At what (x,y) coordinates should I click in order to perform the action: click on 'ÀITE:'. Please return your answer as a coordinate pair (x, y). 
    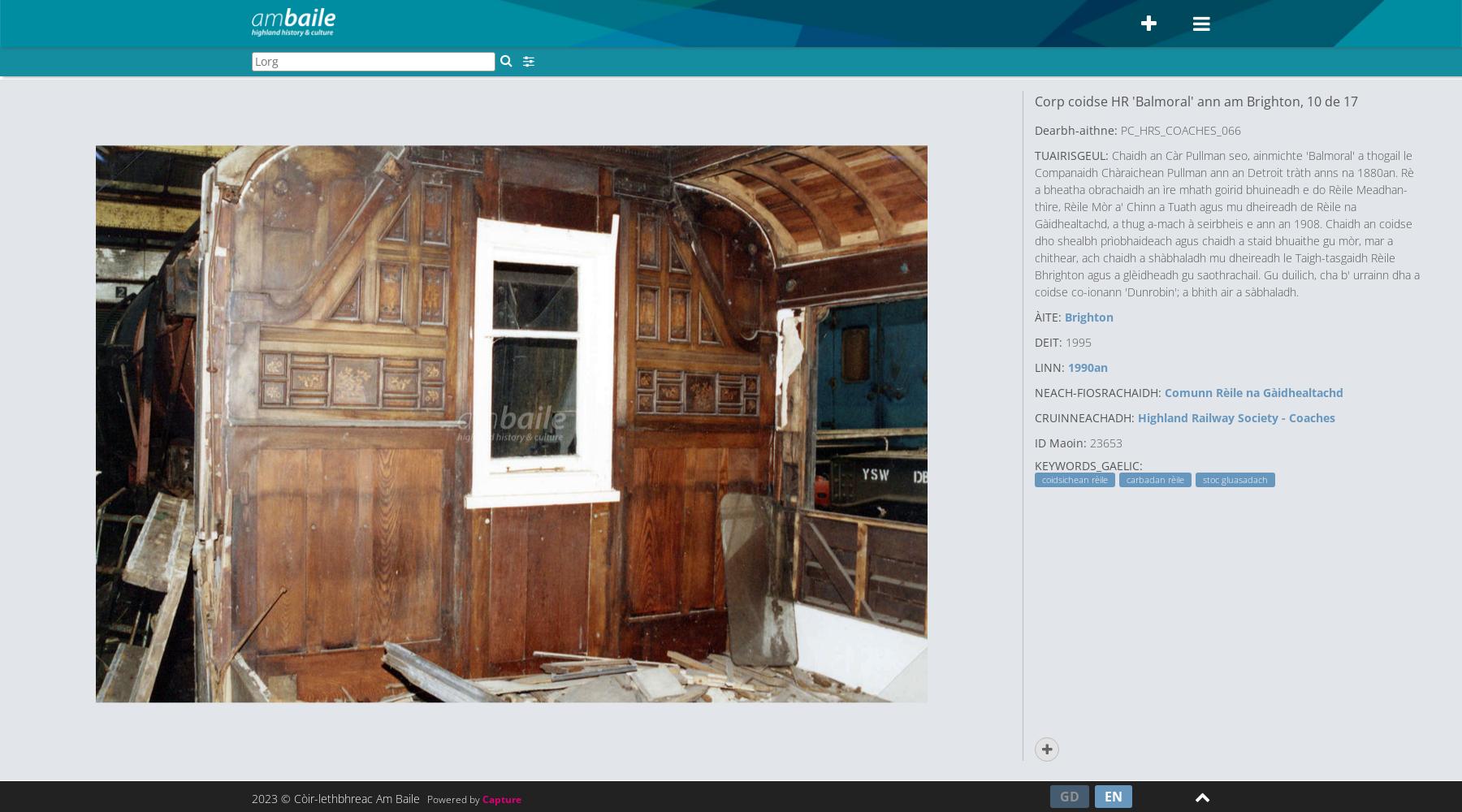
    Looking at the image, I should click on (1048, 316).